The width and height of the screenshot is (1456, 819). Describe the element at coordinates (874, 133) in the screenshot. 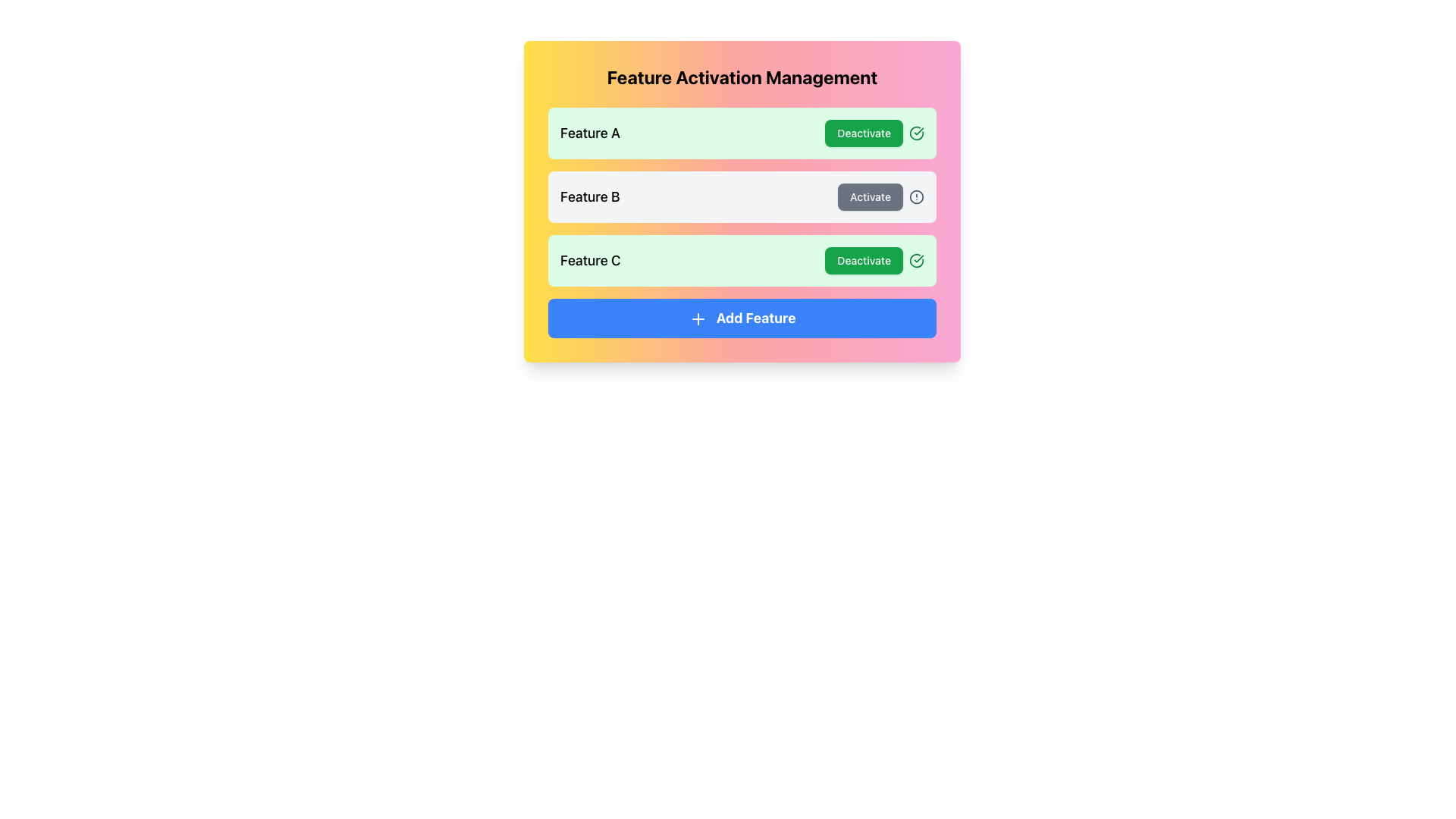

I see `button for Feature A located in the right section of the panel, which has an adjacent circular icon with a green checkmark, to check for tooltip or details` at that location.